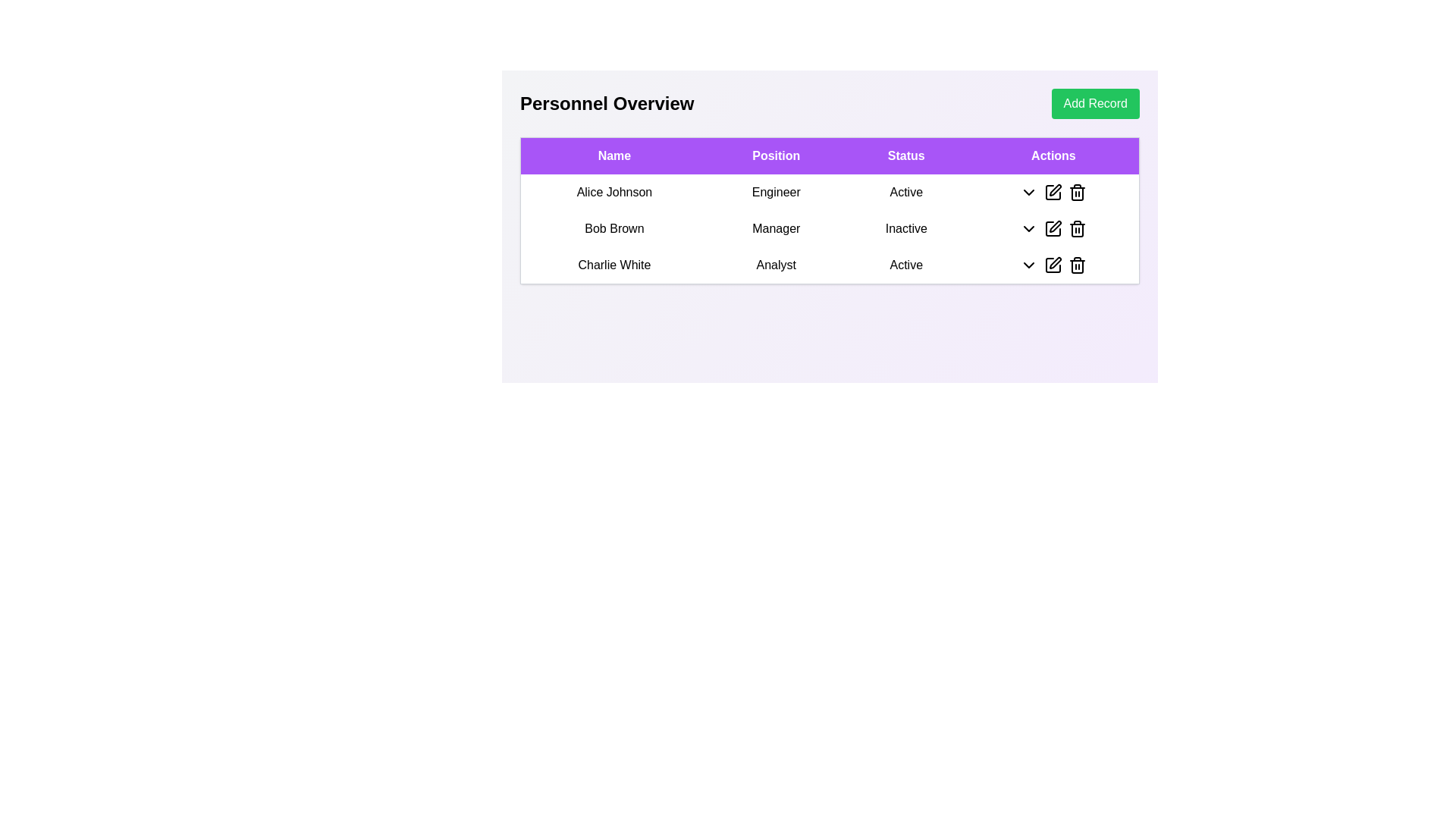  Describe the element at coordinates (1053, 265) in the screenshot. I see `the square button with a pencil symbol located in the bottom row of the 'Actions' column to enter edit mode` at that location.